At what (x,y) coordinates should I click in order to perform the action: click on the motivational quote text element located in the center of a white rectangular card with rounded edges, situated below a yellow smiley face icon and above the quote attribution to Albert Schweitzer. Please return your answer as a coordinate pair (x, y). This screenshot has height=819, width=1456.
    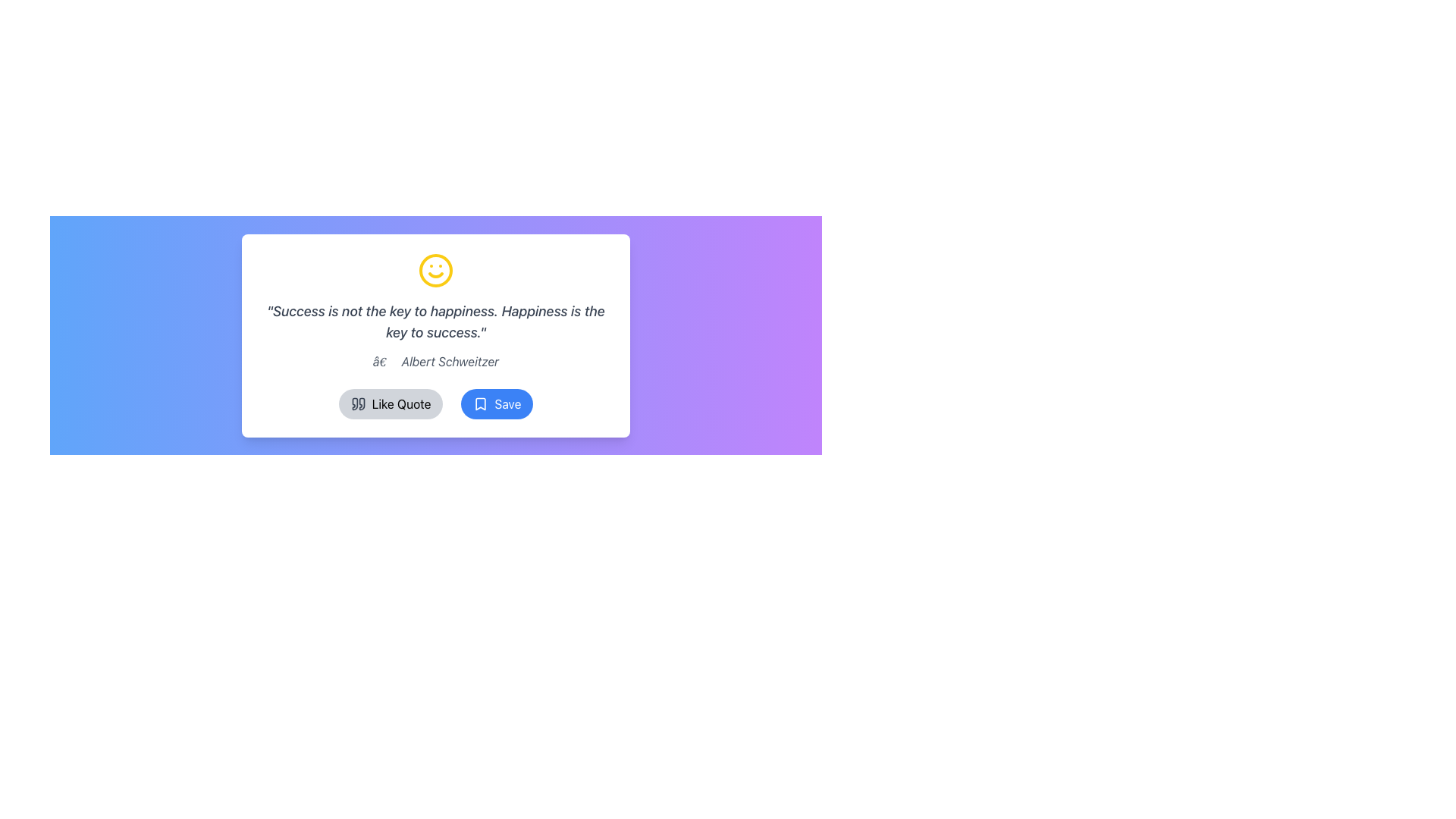
    Looking at the image, I should click on (435, 321).